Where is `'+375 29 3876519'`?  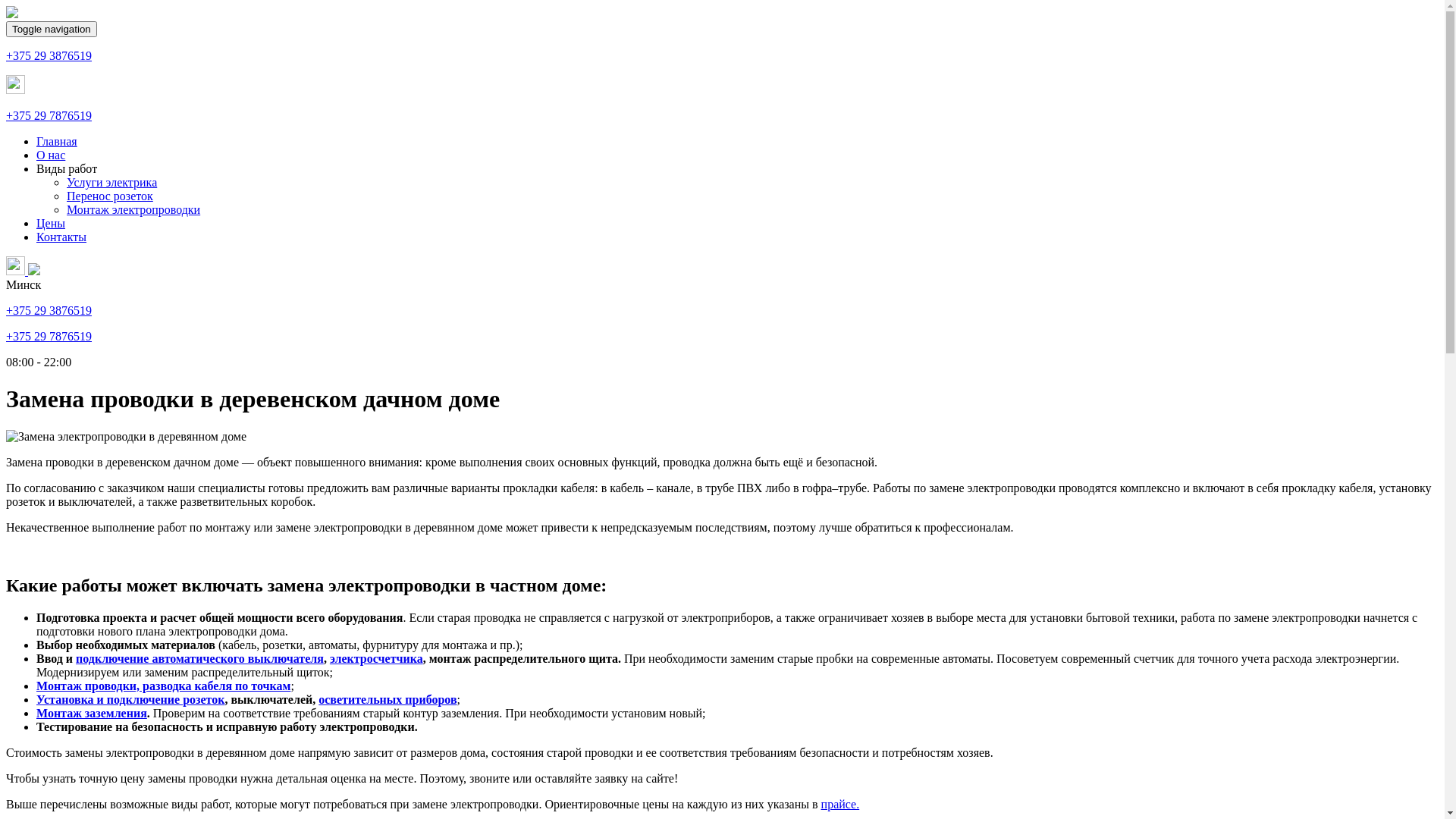
'+375 29 3876519' is located at coordinates (6, 309).